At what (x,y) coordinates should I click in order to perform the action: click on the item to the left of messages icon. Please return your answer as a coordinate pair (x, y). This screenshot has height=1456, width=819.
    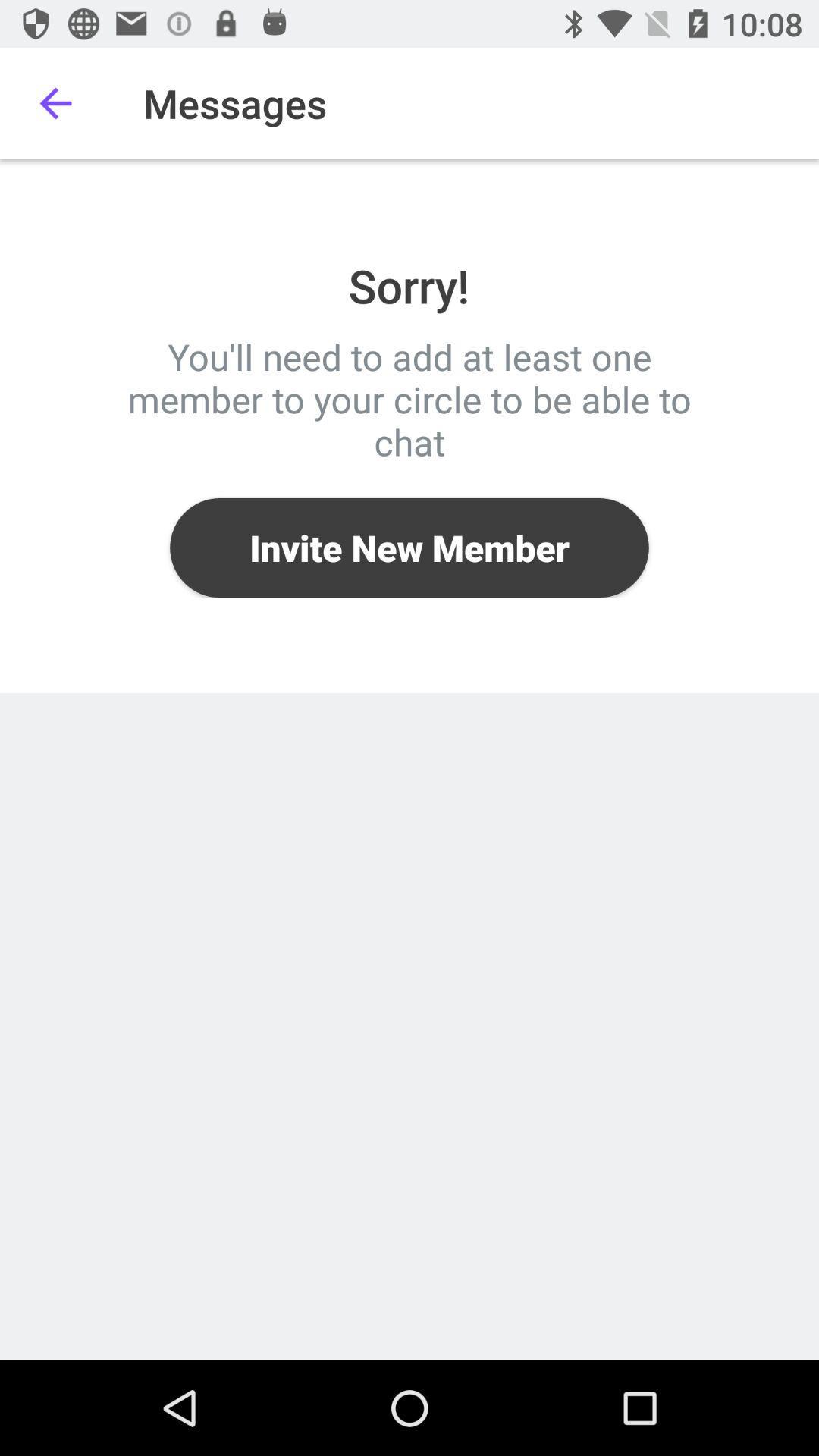
    Looking at the image, I should click on (55, 102).